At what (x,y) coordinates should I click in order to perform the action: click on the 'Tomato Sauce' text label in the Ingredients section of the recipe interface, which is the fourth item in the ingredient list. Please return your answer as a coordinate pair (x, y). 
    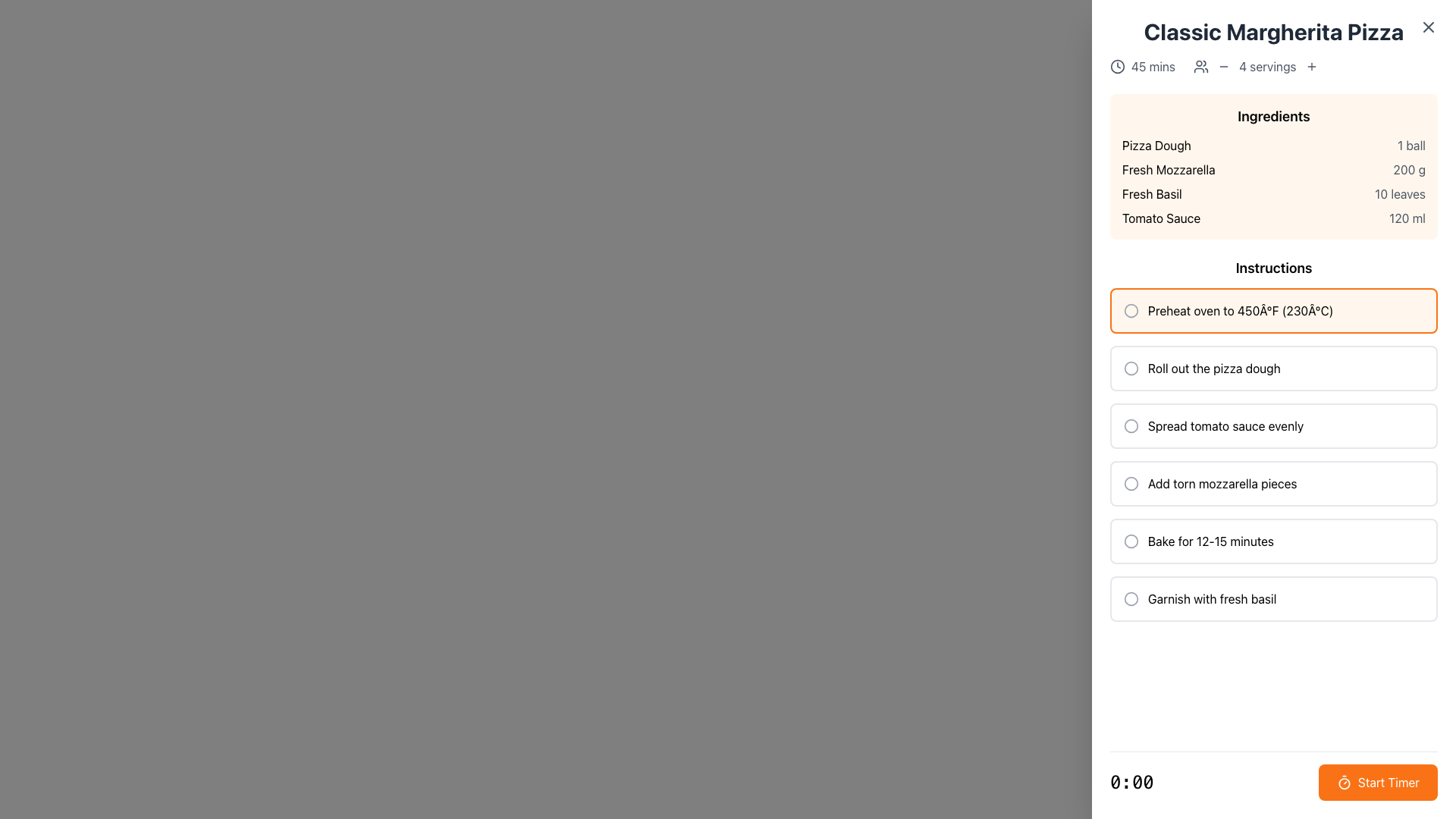
    Looking at the image, I should click on (1160, 218).